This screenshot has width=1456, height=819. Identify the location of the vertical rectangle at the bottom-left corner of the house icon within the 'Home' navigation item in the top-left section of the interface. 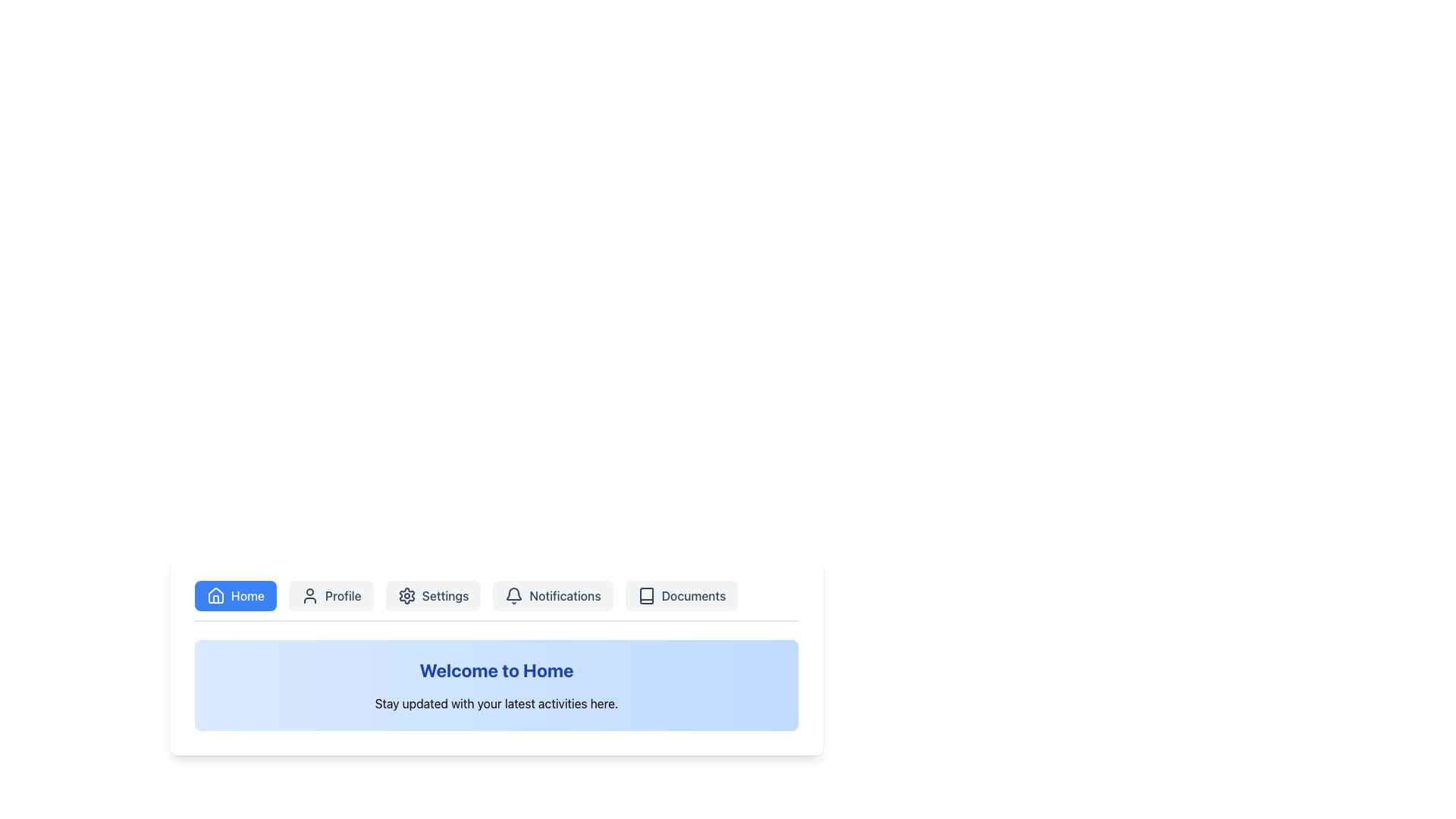
(215, 598).